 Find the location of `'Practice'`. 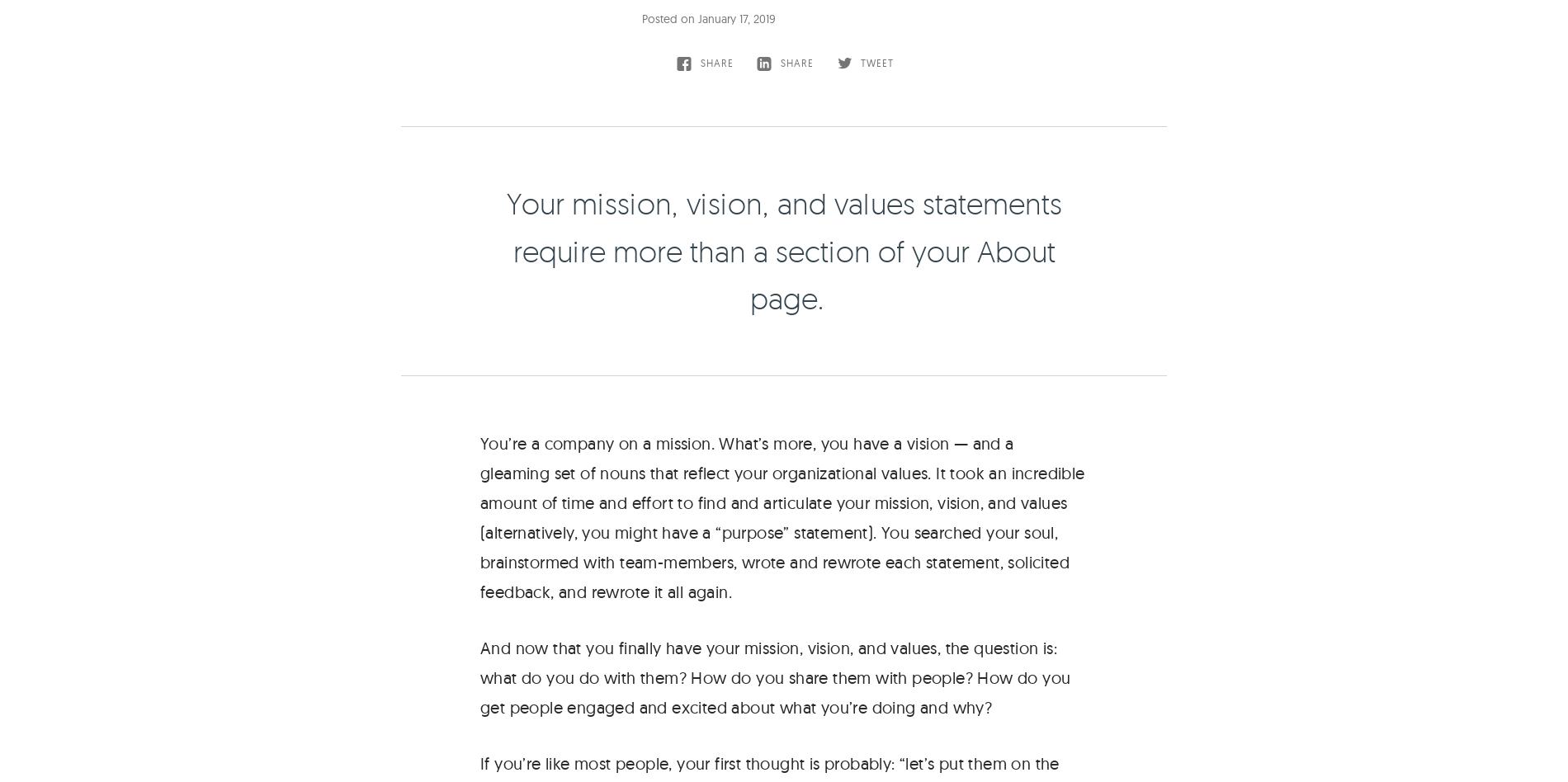

'Practice' is located at coordinates (809, 662).